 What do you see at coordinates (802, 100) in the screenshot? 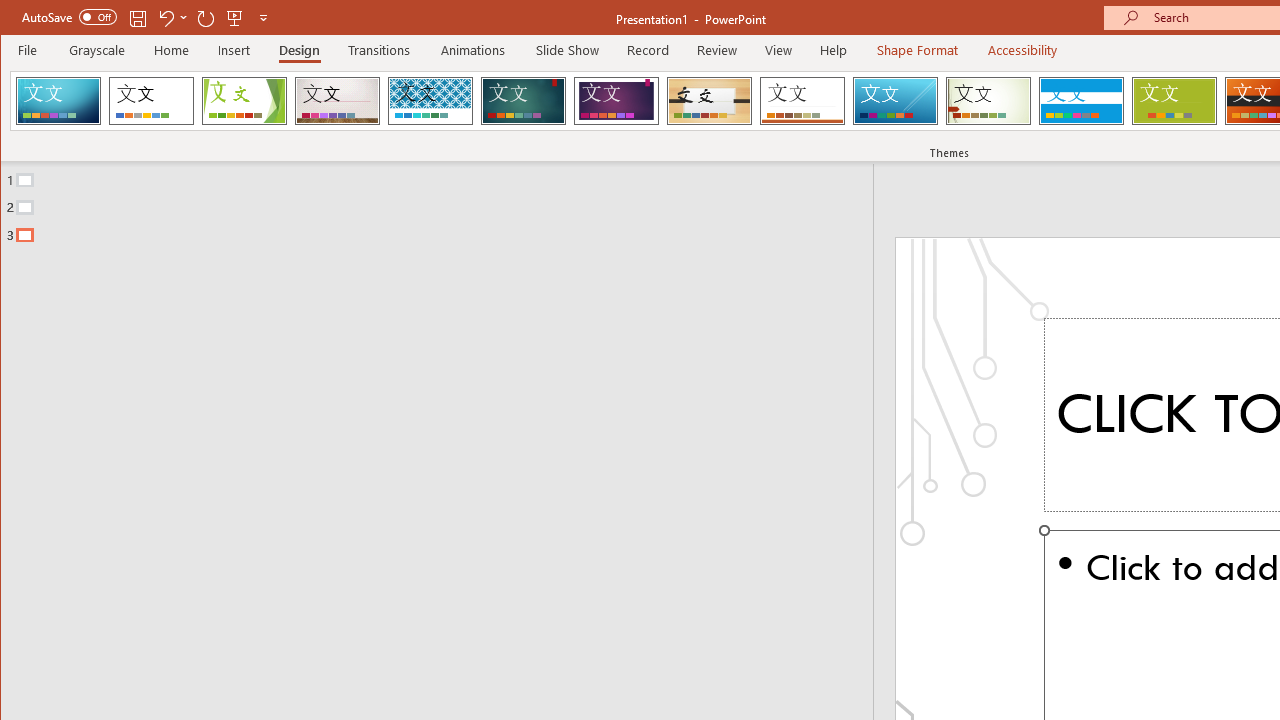
I see `'Retrospect'` at bounding box center [802, 100].